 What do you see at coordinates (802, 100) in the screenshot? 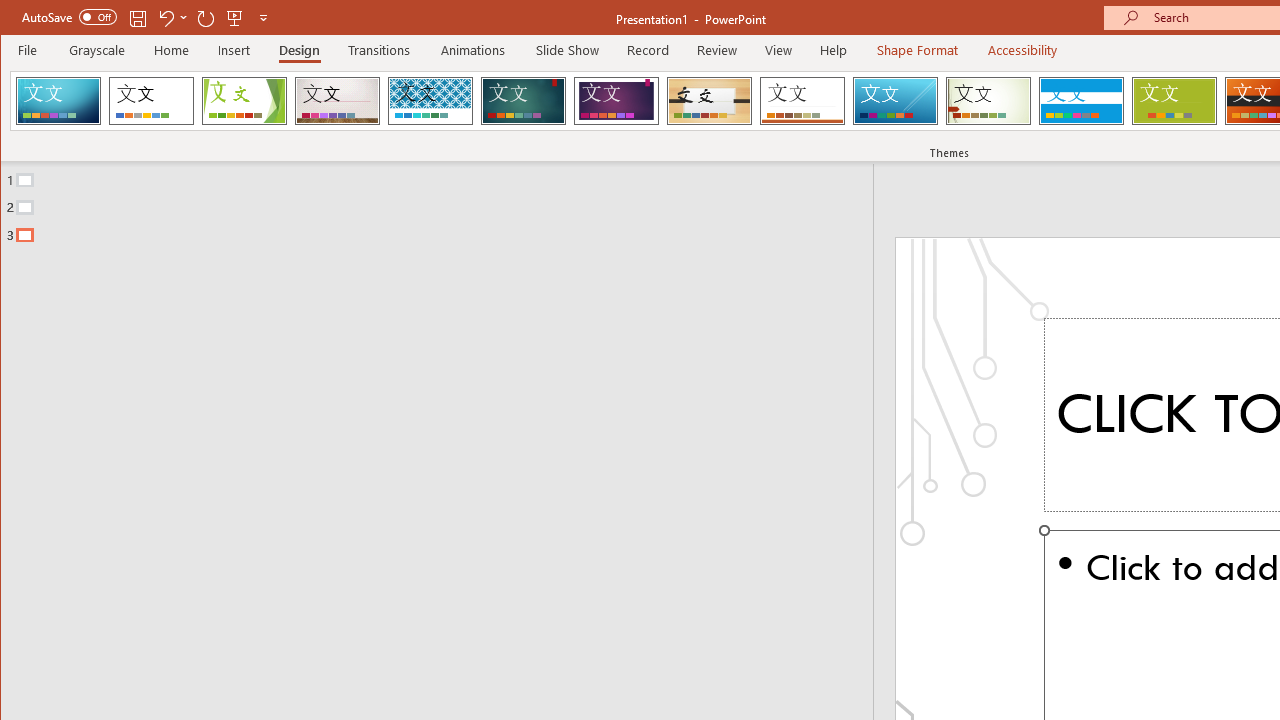
I see `'Retrospect'` at bounding box center [802, 100].